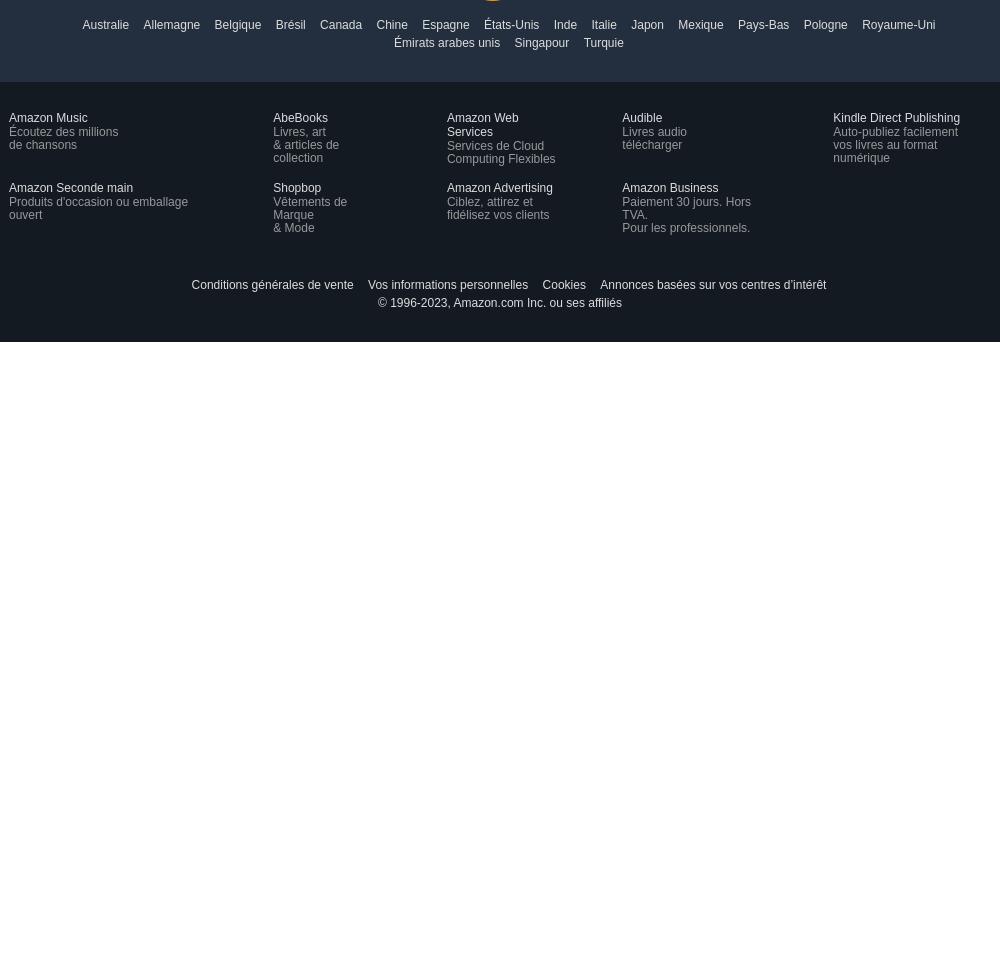 The width and height of the screenshot is (1000, 954). What do you see at coordinates (647, 23) in the screenshot?
I see `'Japon'` at bounding box center [647, 23].